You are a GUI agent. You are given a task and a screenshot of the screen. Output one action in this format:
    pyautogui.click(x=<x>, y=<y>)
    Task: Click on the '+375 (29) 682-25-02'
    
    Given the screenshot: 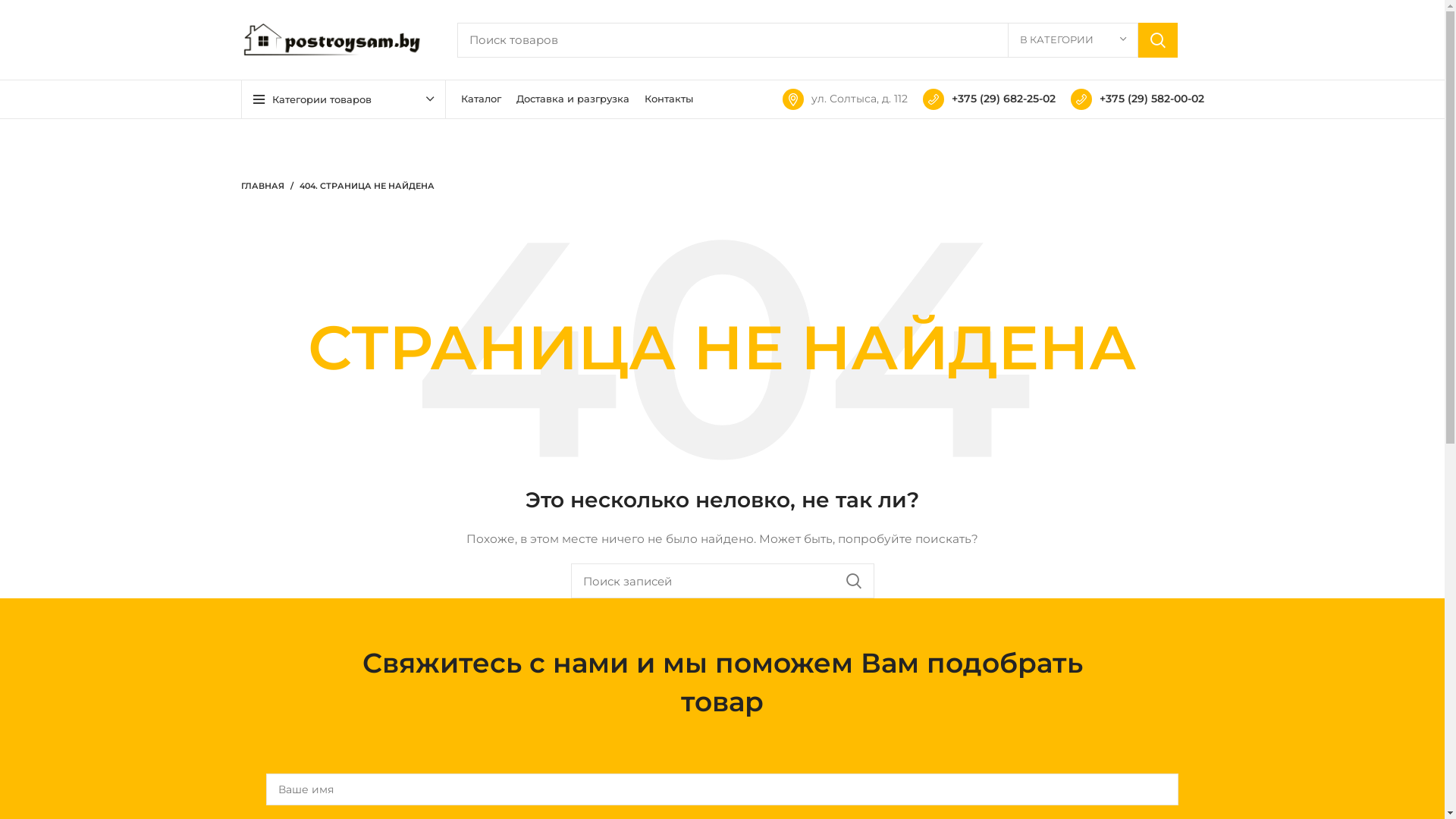 What is the action you would take?
    pyautogui.click(x=988, y=99)
    